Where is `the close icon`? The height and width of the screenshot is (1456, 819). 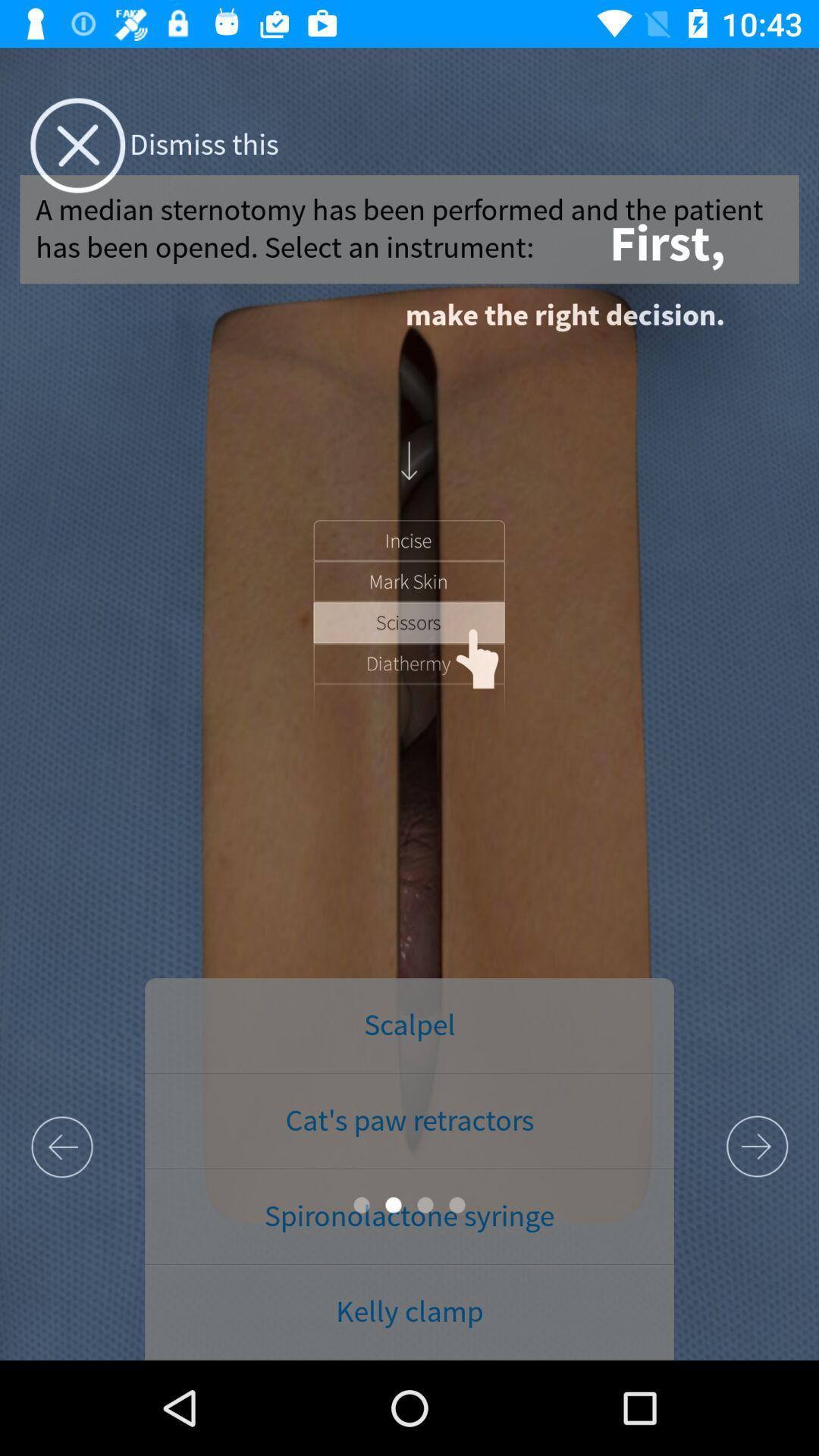
the close icon is located at coordinates (77, 146).